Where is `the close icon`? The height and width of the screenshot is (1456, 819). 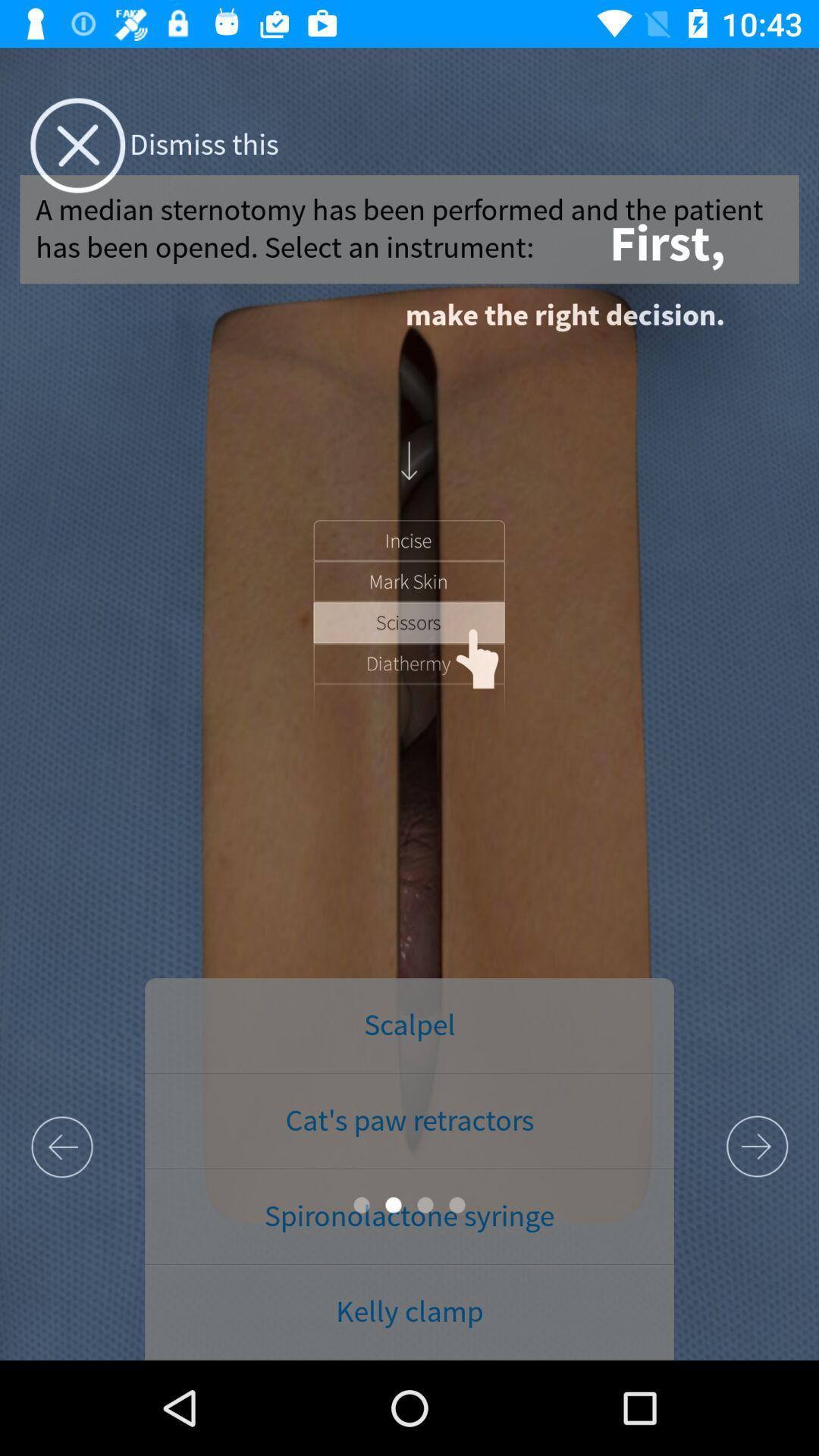
the close icon is located at coordinates (77, 146).